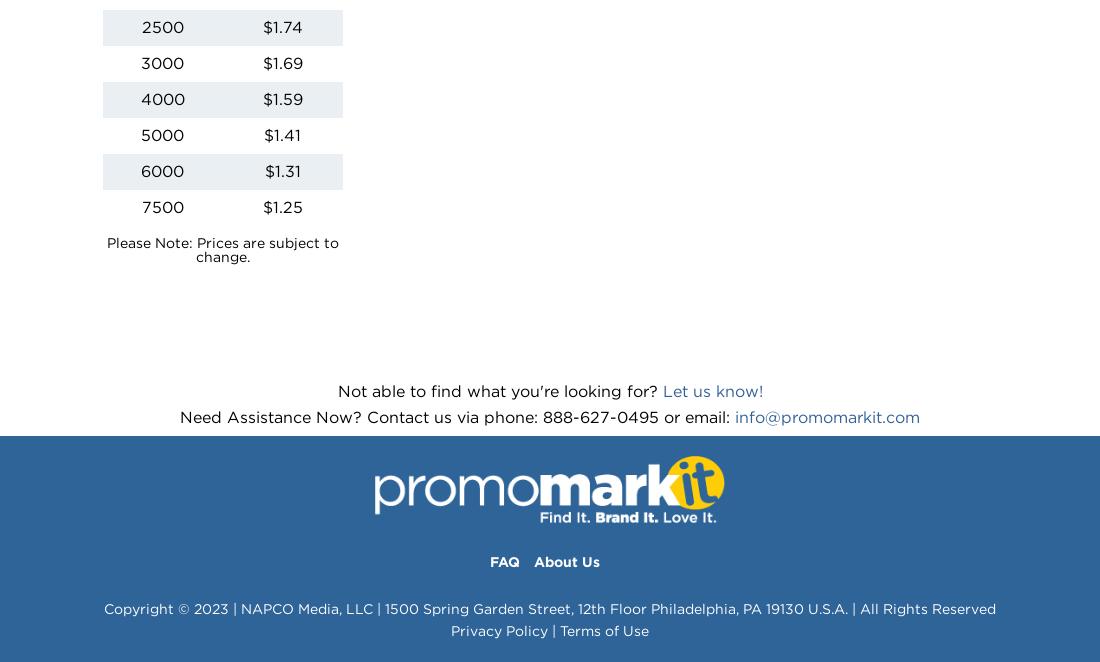 The image size is (1100, 662). Describe the element at coordinates (281, 206) in the screenshot. I see `'$1.25'` at that location.